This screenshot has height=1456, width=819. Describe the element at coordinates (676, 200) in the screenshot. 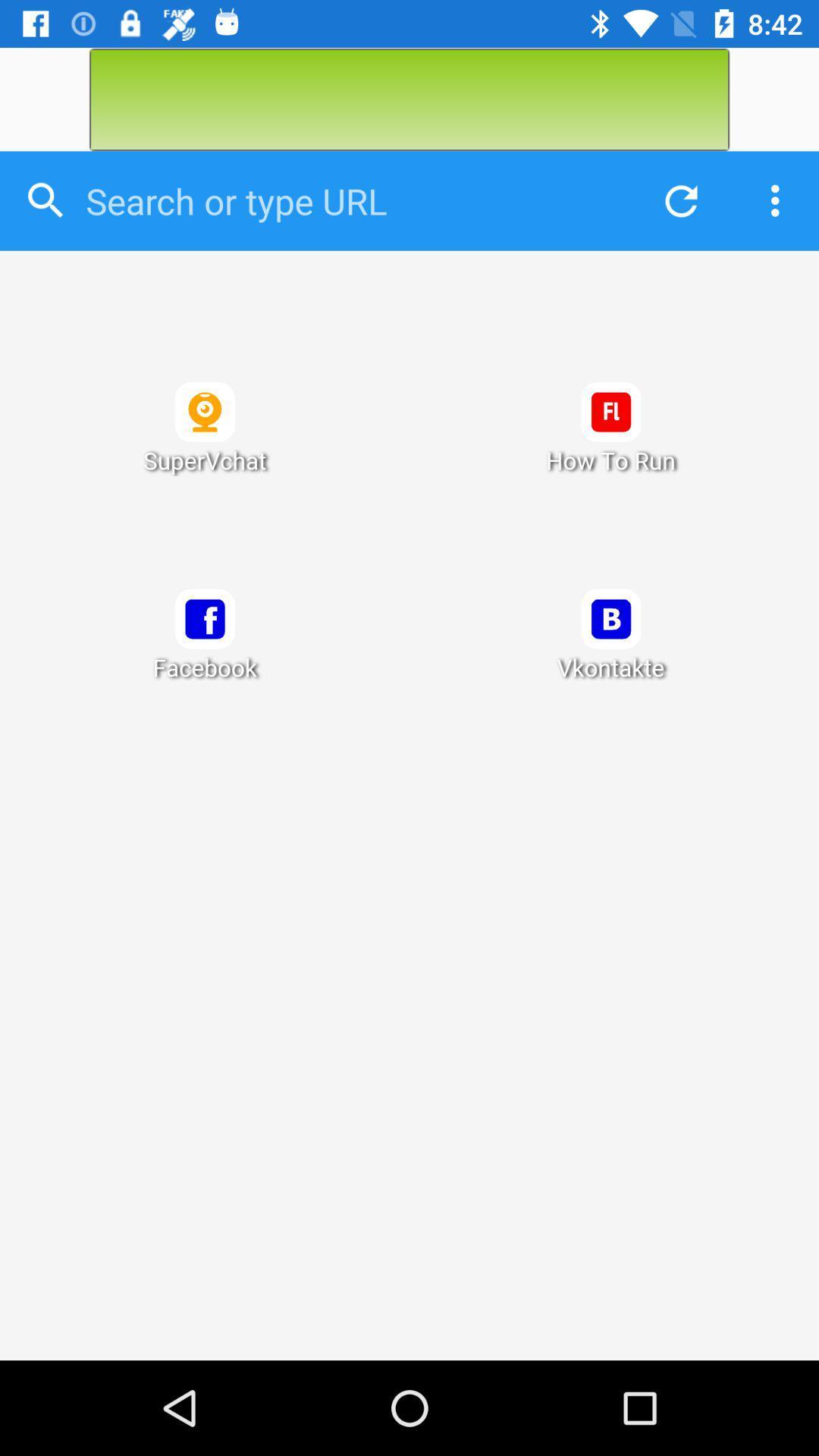

I see `refresh` at that location.